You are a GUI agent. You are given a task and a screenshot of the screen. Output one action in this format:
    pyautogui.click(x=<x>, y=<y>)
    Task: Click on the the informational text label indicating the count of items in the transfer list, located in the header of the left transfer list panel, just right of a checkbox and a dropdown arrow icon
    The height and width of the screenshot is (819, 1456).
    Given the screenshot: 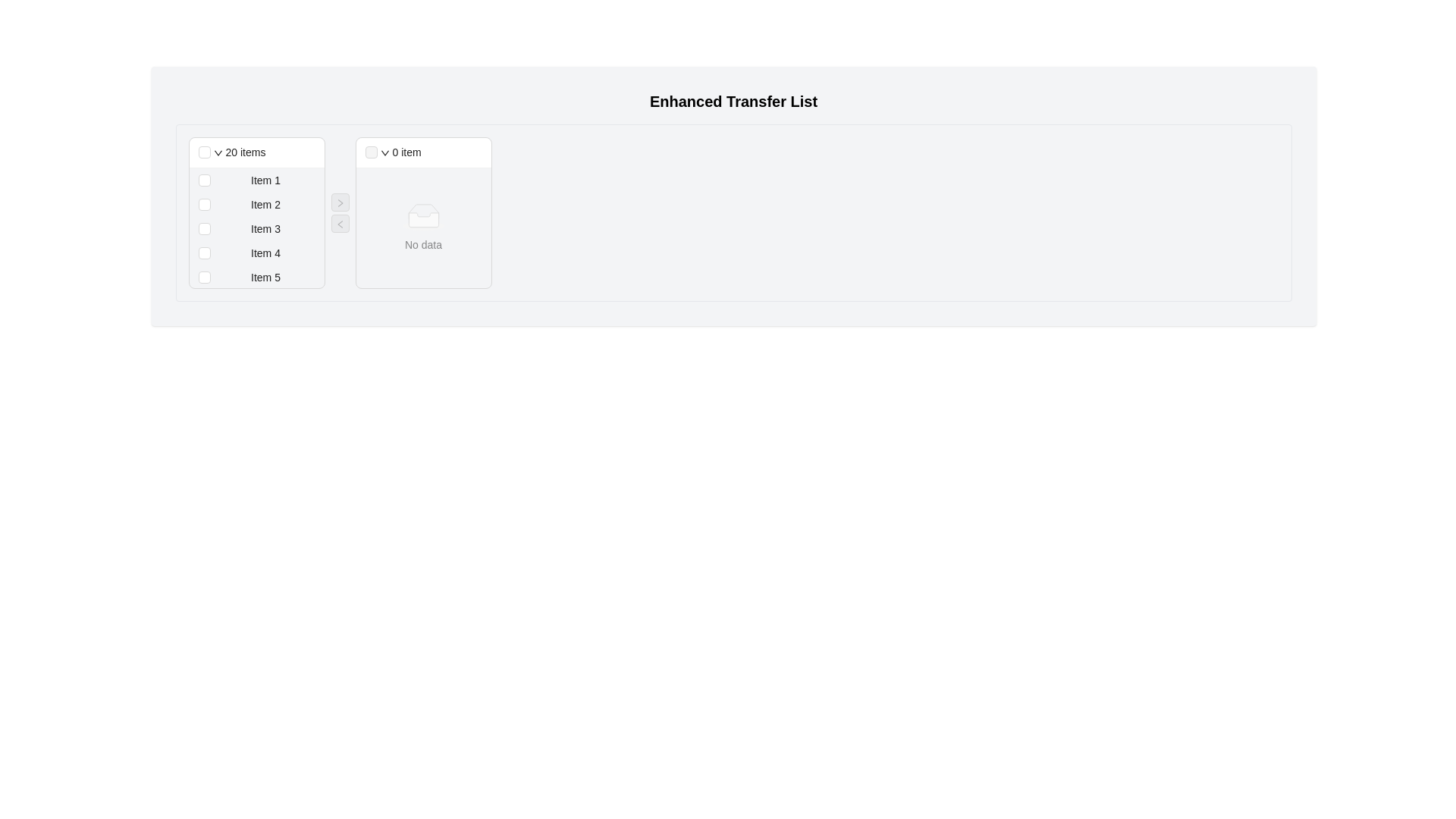 What is the action you would take?
    pyautogui.click(x=245, y=152)
    